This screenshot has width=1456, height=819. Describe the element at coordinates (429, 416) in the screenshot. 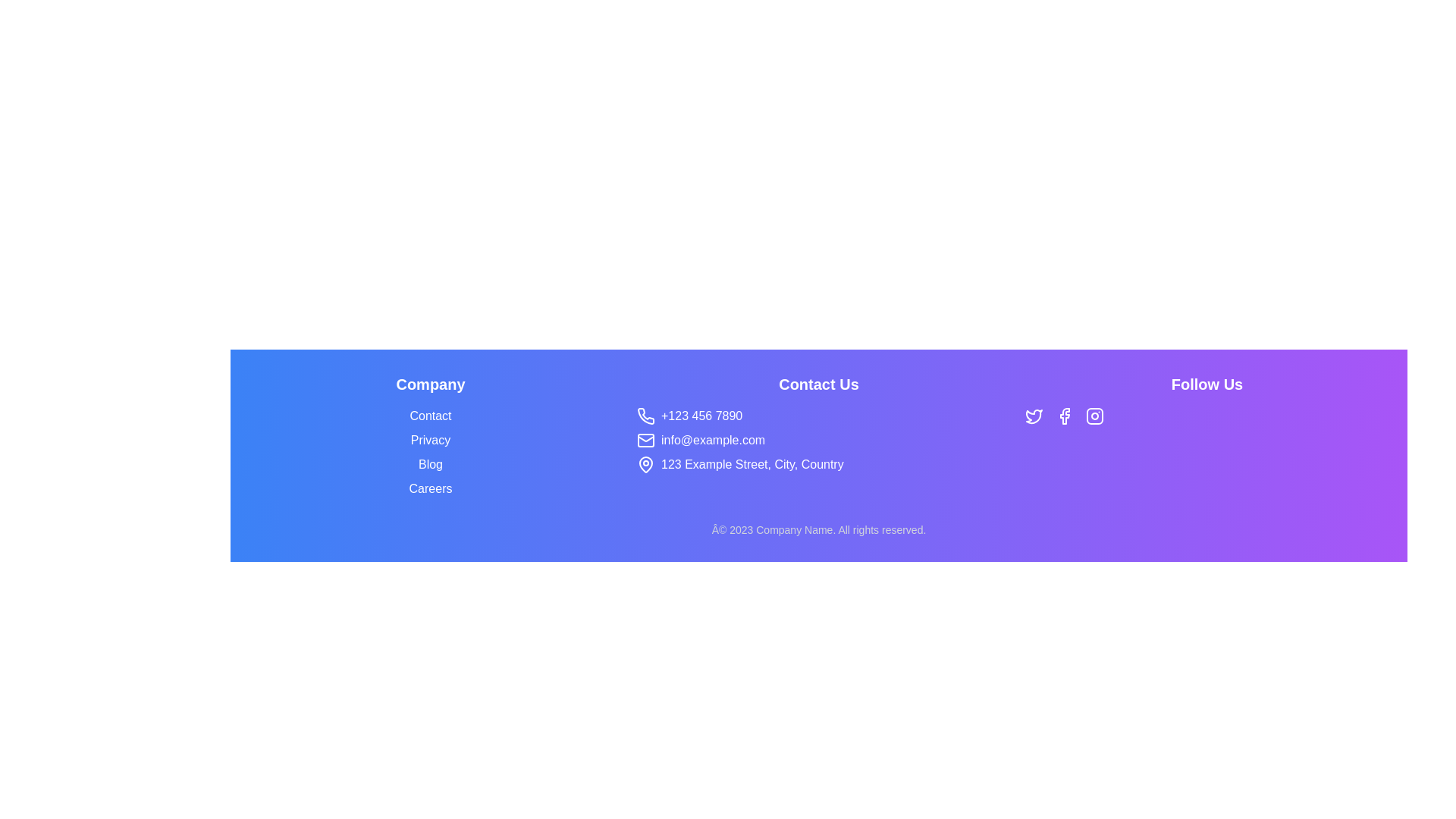

I see `the text label under the 'Company' header in the footer section` at that location.